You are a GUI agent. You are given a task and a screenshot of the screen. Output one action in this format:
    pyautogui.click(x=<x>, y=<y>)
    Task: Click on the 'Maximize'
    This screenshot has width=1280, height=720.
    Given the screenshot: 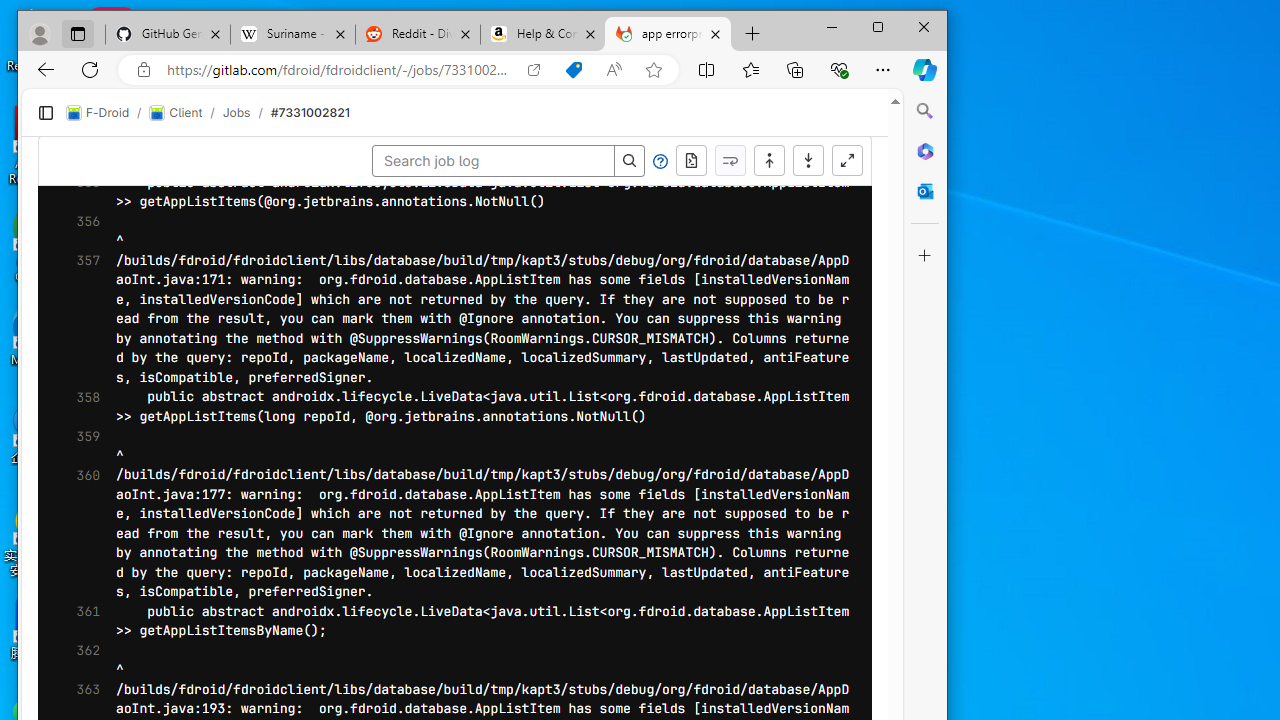 What is the action you would take?
    pyautogui.click(x=878, y=27)
    